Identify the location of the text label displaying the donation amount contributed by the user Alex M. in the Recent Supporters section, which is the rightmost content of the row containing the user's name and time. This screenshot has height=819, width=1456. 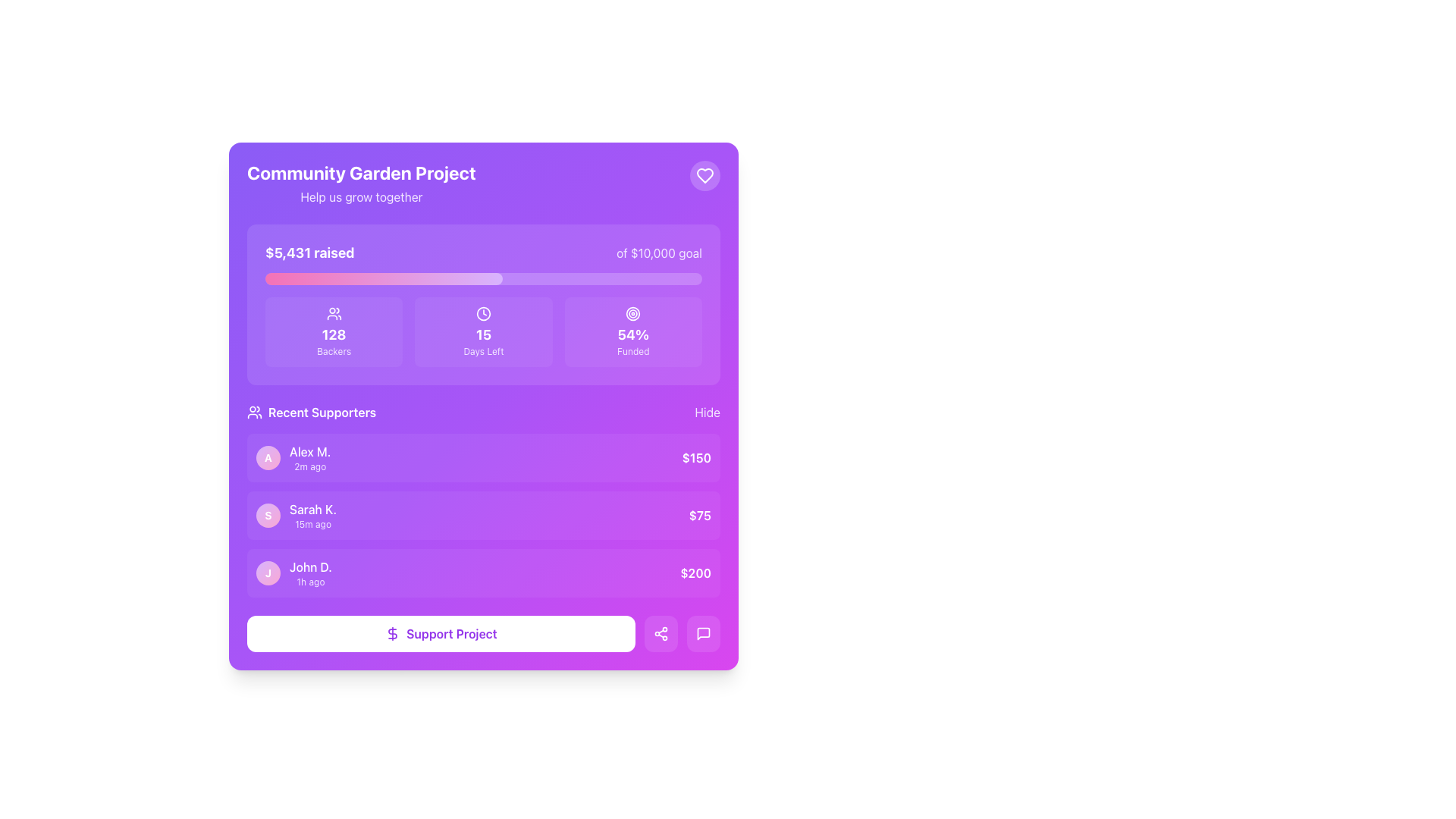
(695, 457).